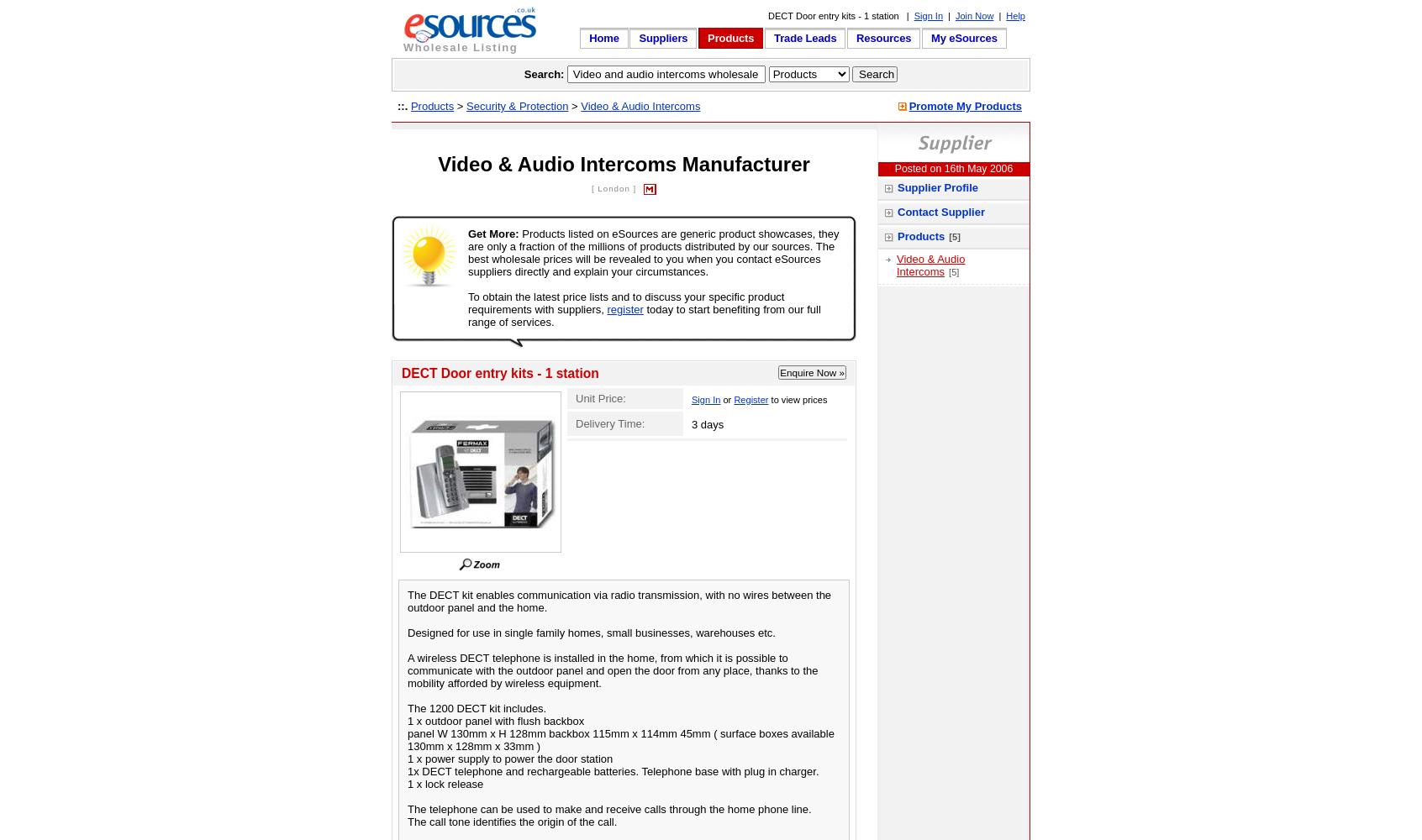 The width and height of the screenshot is (1422, 840). I want to click on '::.', so click(402, 106).